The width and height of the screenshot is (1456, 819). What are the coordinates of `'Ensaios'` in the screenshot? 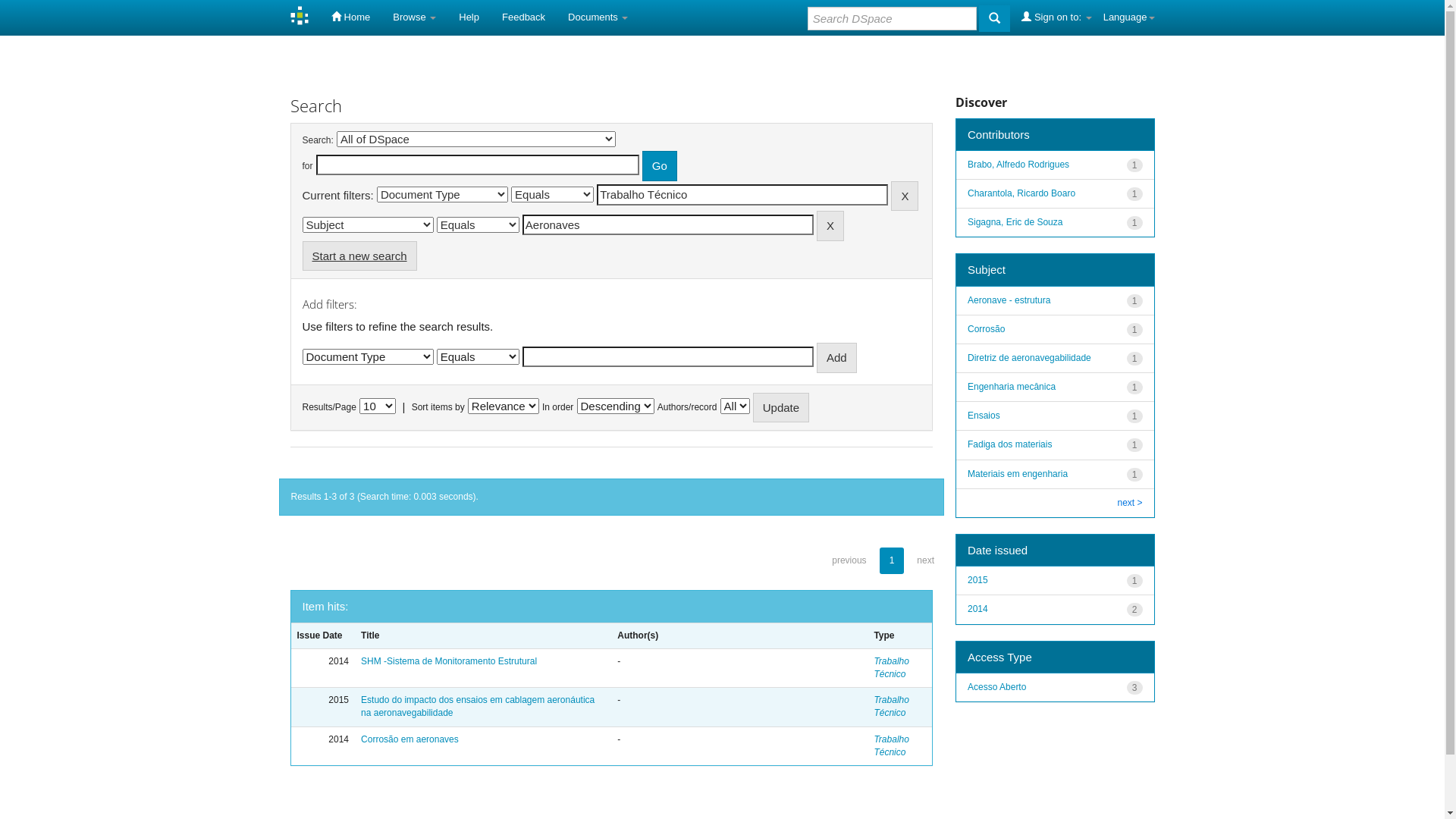 It's located at (984, 415).